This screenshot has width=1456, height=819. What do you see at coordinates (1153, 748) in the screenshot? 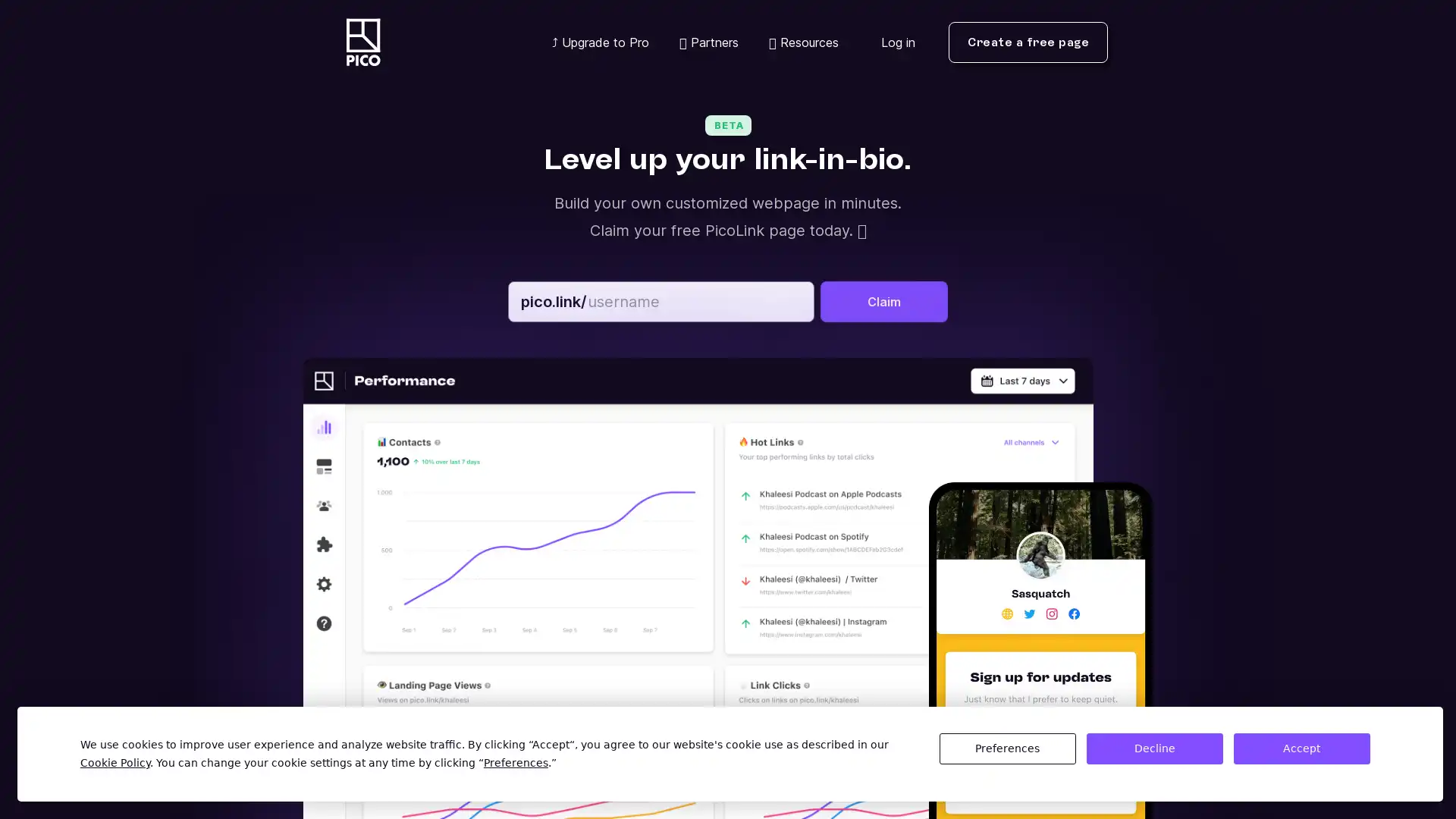
I see `Decline` at bounding box center [1153, 748].